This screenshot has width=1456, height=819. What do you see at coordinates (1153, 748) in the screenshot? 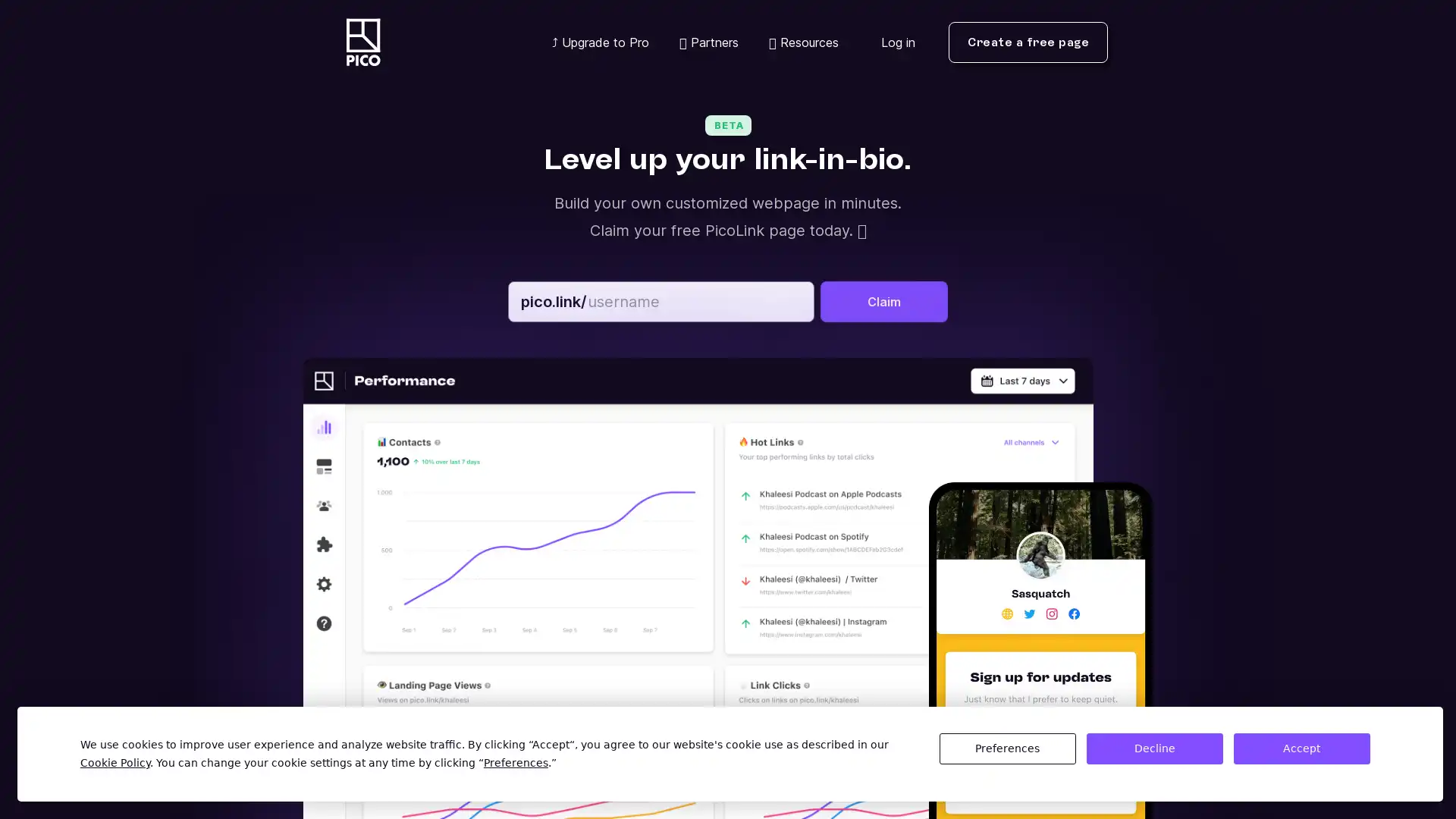
I see `Decline` at bounding box center [1153, 748].